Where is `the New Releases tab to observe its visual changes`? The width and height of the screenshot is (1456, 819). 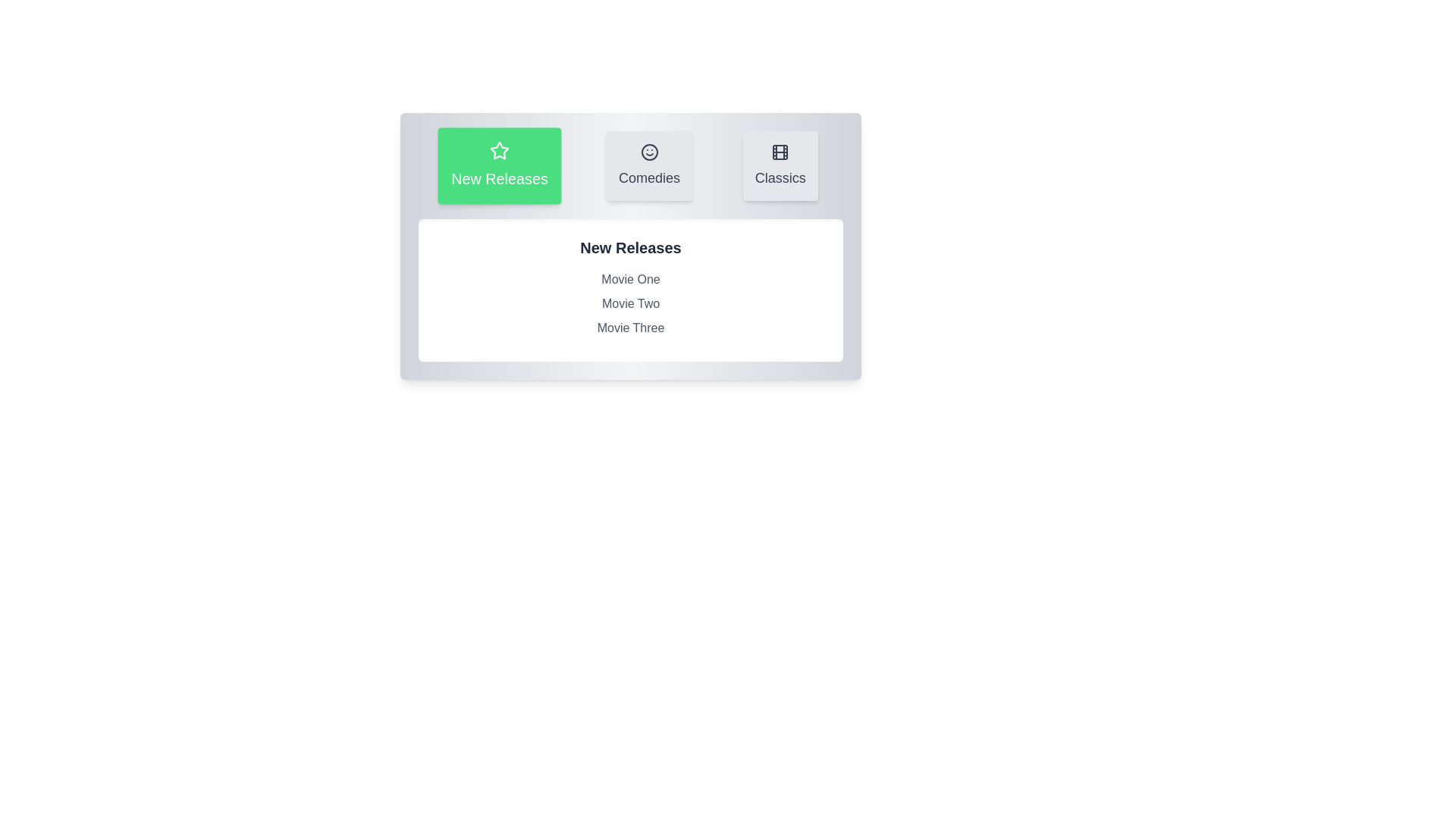
the New Releases tab to observe its visual changes is located at coordinates (499, 166).